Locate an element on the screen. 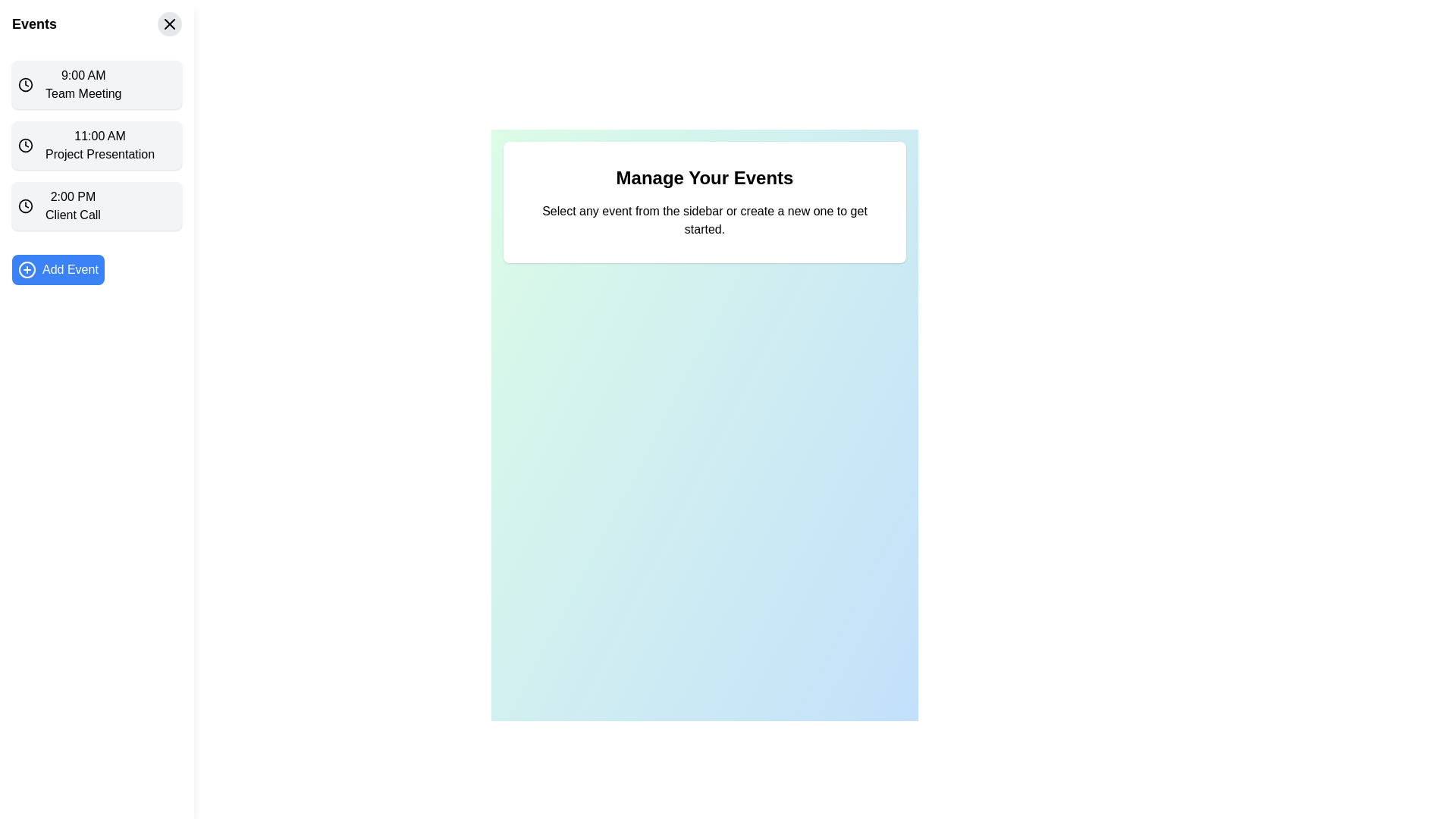  the Text Label that displays the title or description of the event occurring at 11:00 AM, which is located directly underneath the '11:00 AM' time label is located at coordinates (99, 155).